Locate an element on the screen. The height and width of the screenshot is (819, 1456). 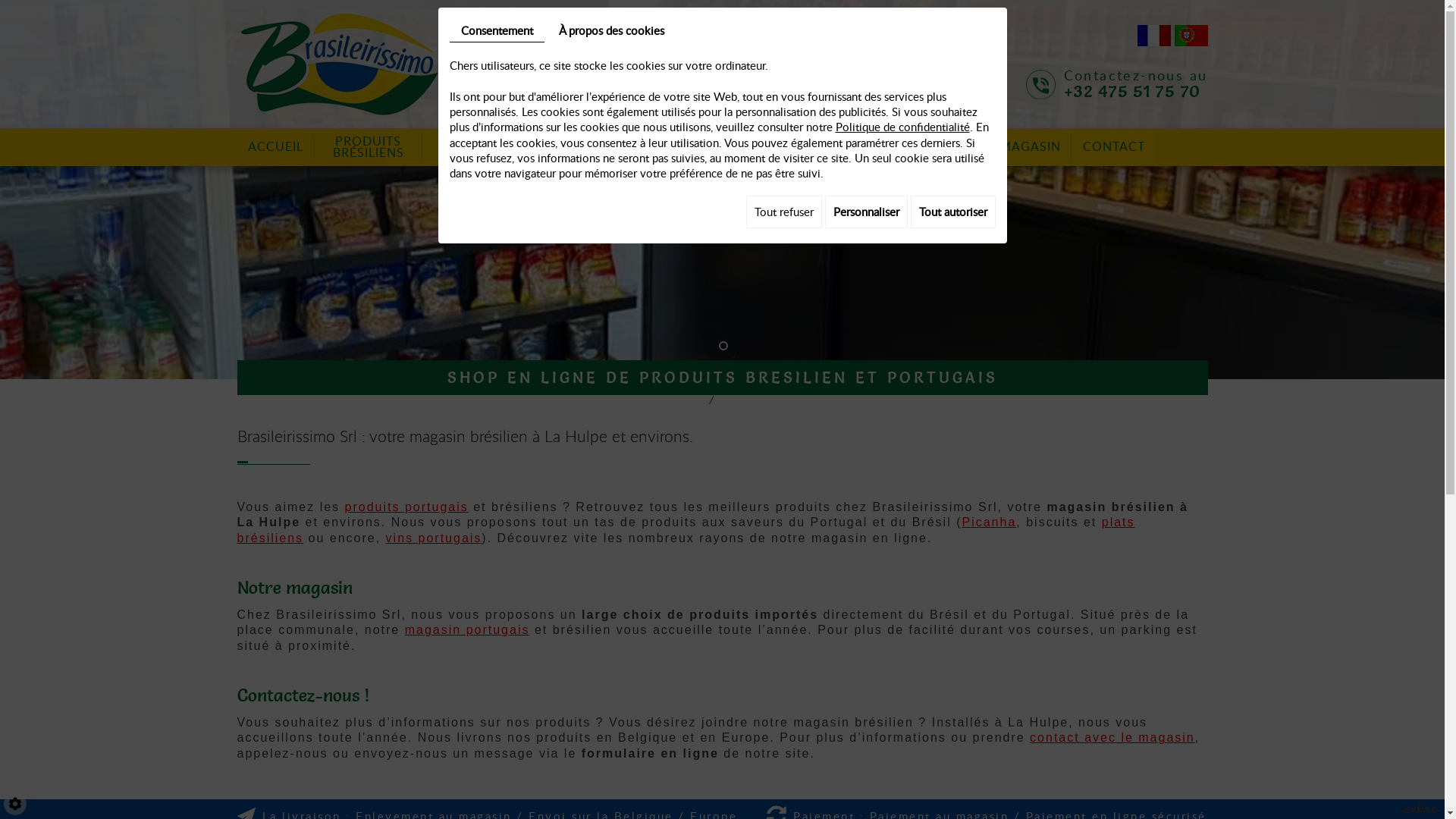
'LE MAGASIN' is located at coordinates (1021, 146).